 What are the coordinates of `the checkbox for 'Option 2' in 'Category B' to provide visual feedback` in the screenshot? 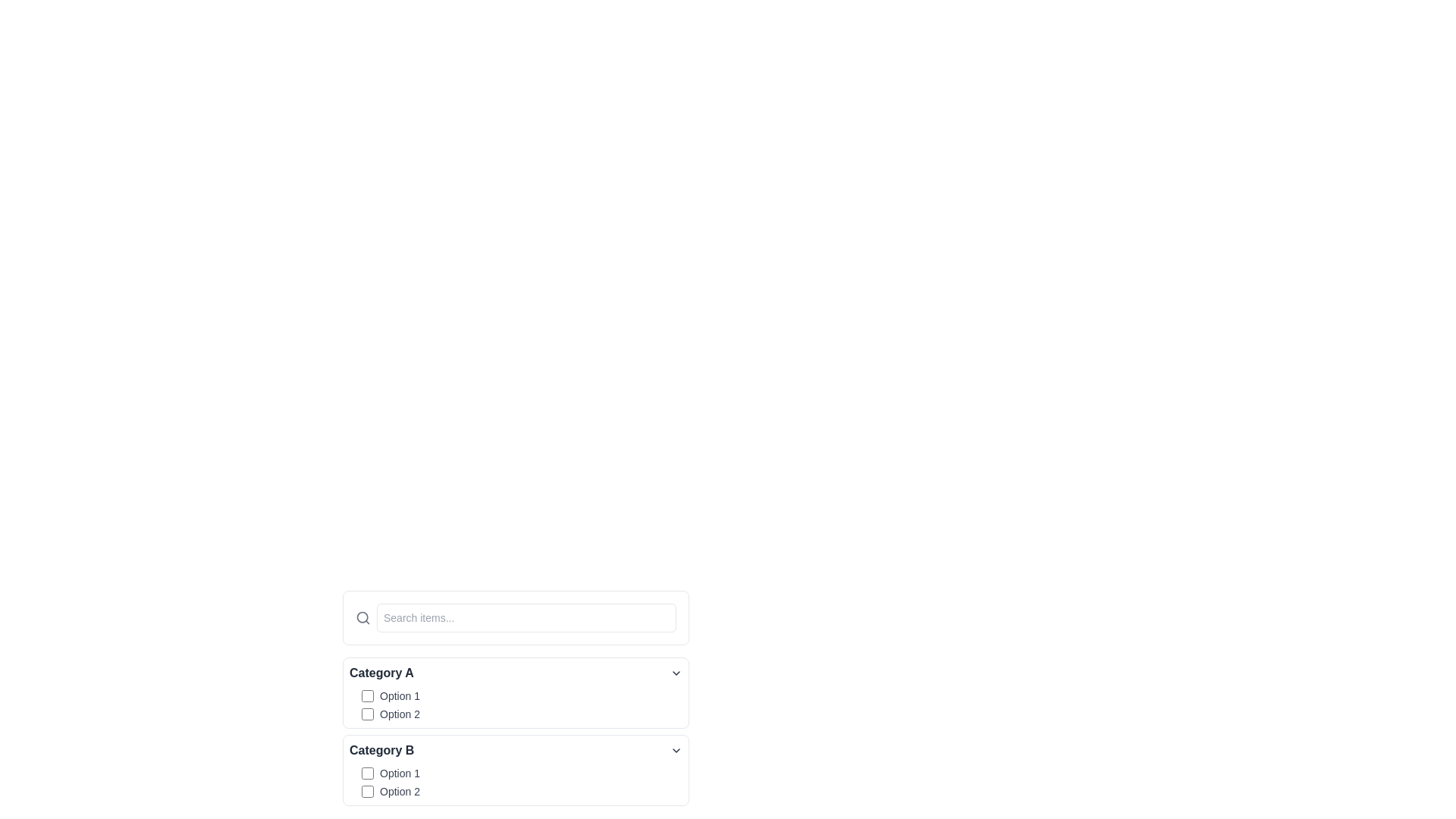 It's located at (367, 791).